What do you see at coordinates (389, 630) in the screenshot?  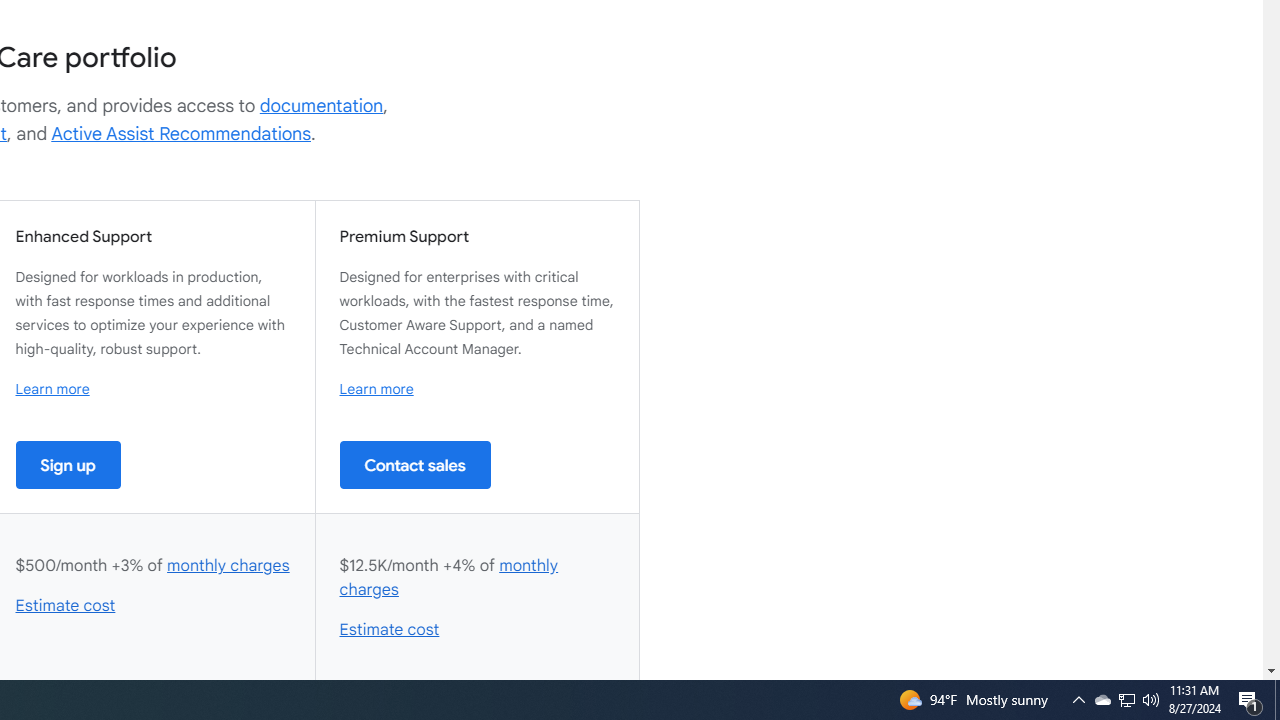 I see `'Estimate cost'` at bounding box center [389, 630].